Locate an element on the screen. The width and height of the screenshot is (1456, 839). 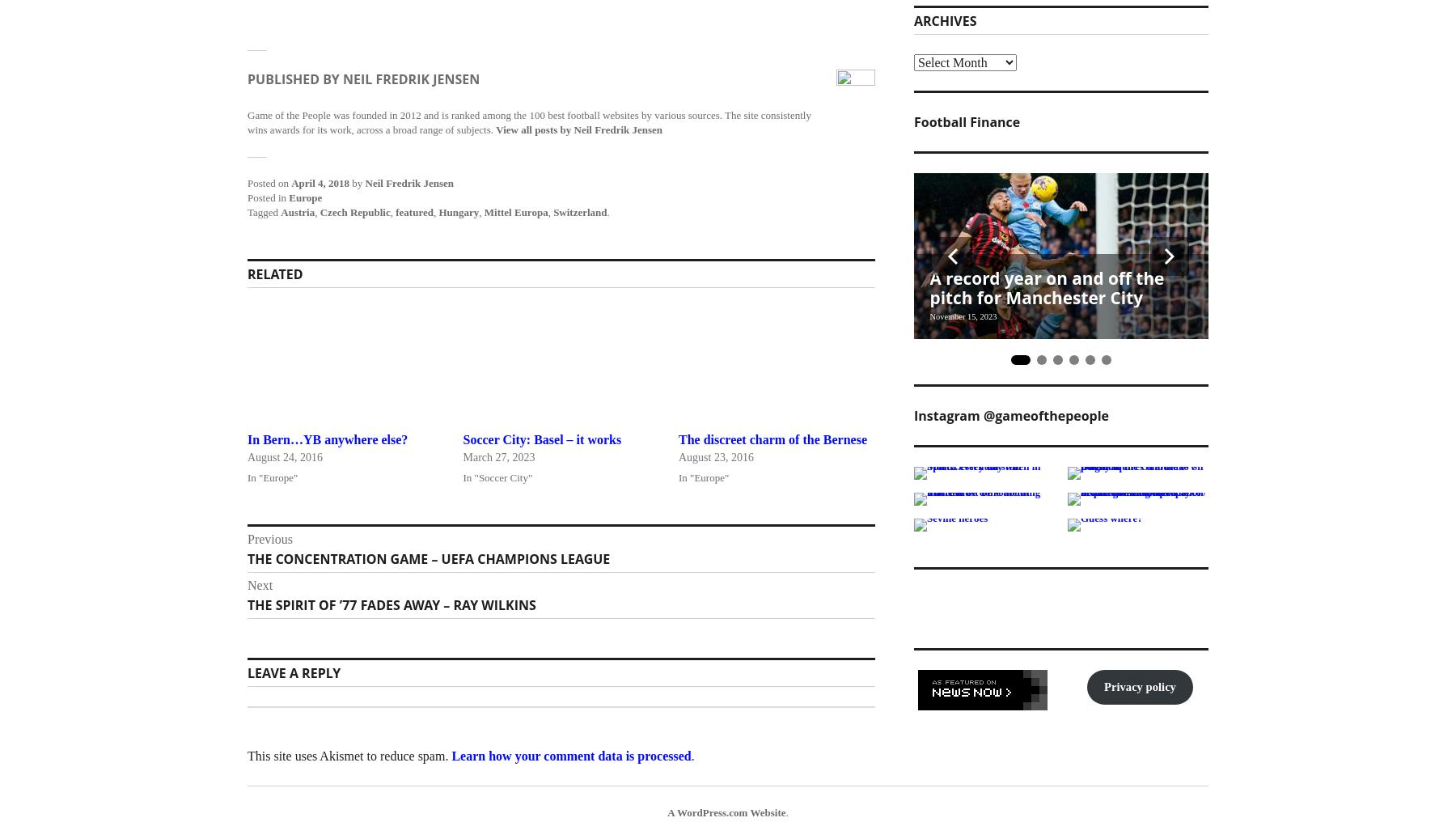
'Switzerland' is located at coordinates (578, 211).